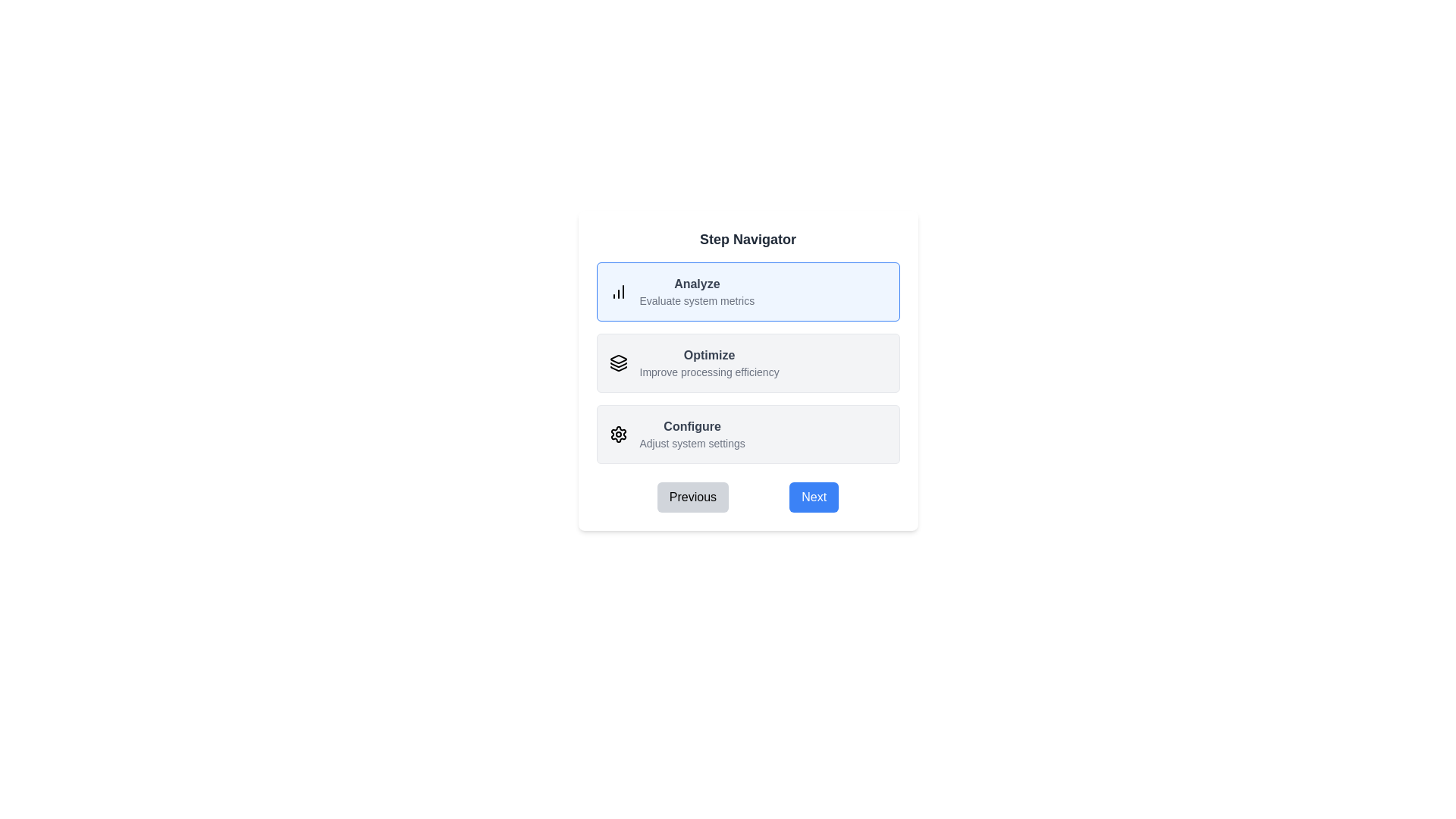 The width and height of the screenshot is (1456, 819). What do you see at coordinates (708, 356) in the screenshot?
I see `the 'Optimize' text label, which is a bold header in the step navigation interface, positioned above the description text 'Improve processing efficiency'` at bounding box center [708, 356].